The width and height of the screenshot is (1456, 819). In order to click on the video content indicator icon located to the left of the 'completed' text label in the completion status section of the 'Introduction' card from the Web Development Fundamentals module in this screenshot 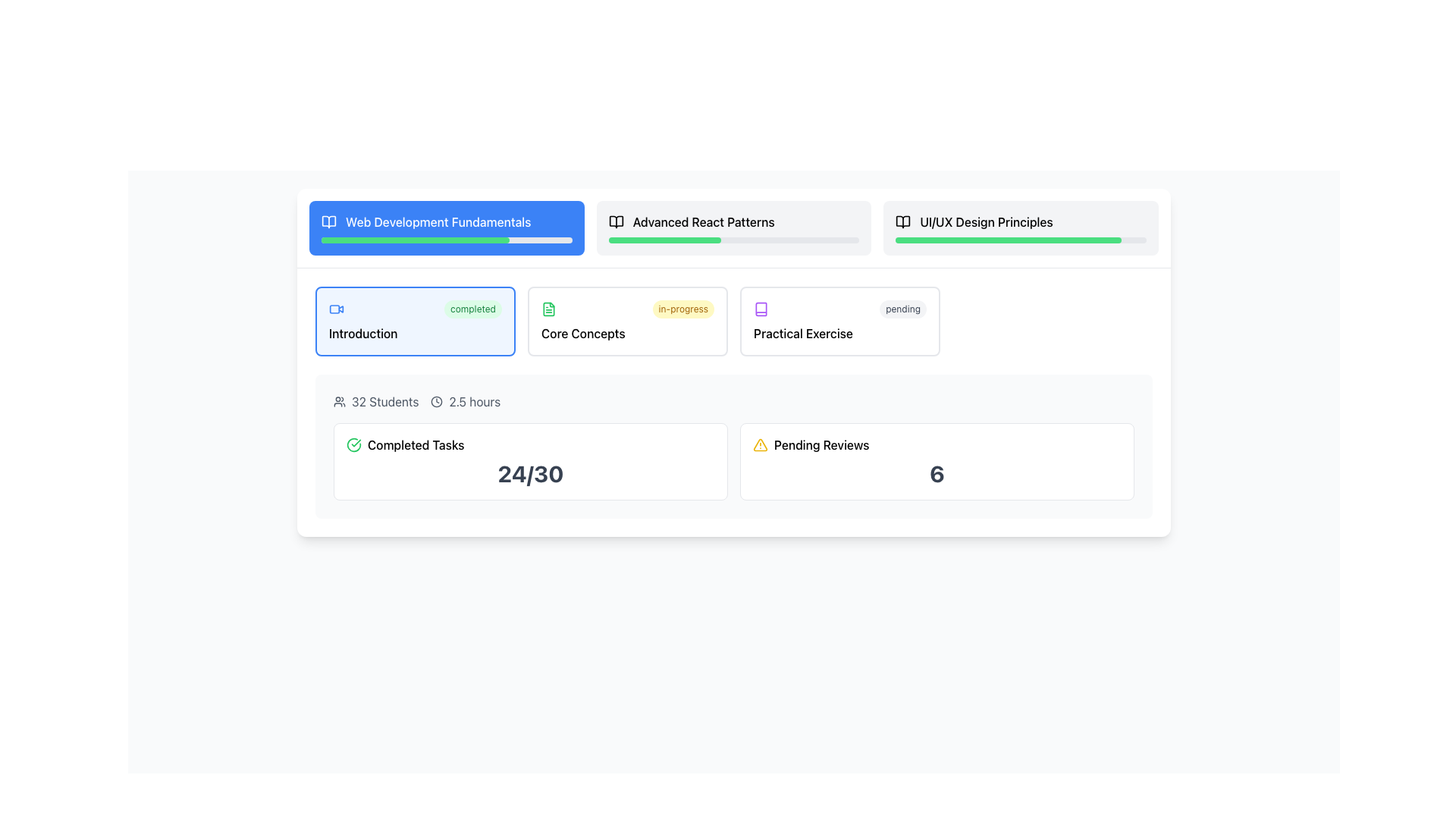, I will do `click(336, 309)`.